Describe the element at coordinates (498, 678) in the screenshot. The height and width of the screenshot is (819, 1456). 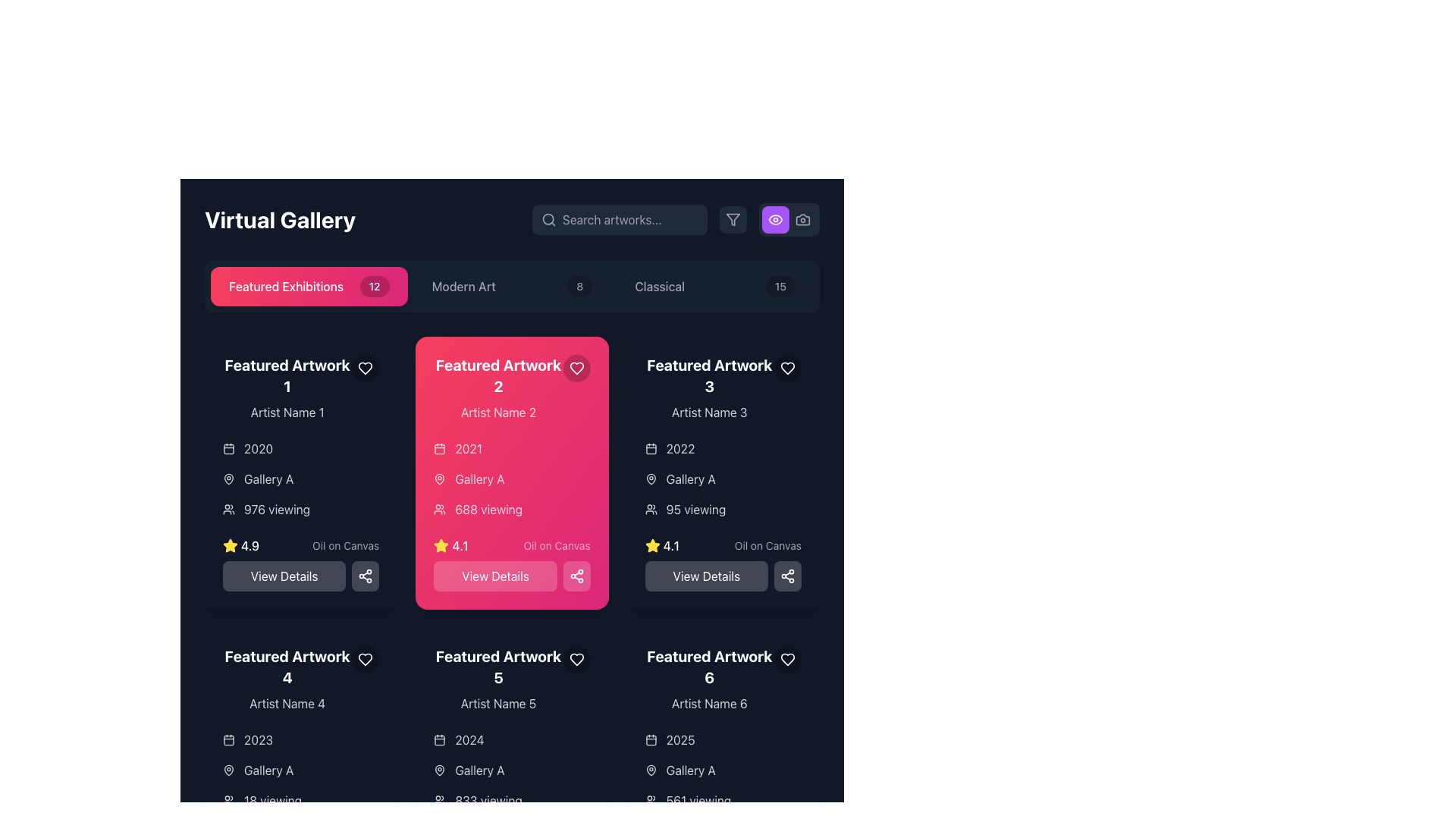
I see `displayed title and artist name of the artwork labeled 'Featured Artwork 5' from the Text Information Block located at the bottom-center column of the panel` at that location.